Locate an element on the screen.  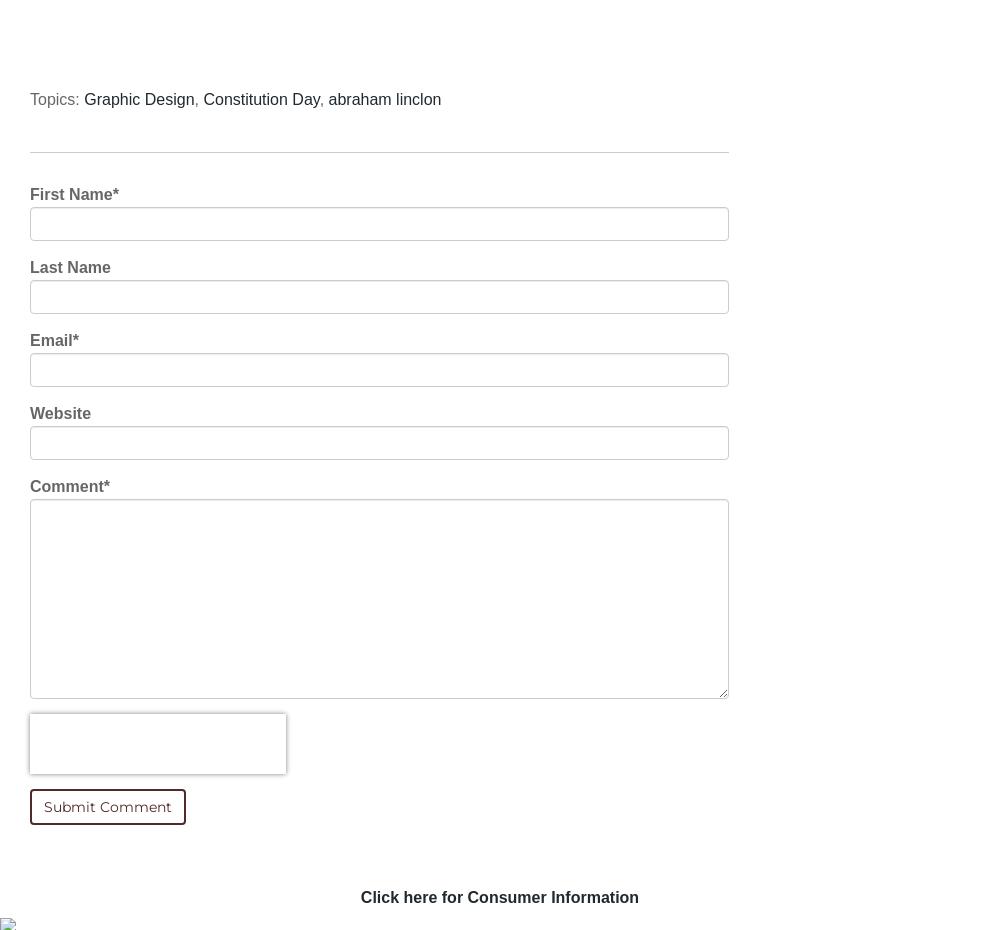
'Graphic Design' is located at coordinates (139, 99).